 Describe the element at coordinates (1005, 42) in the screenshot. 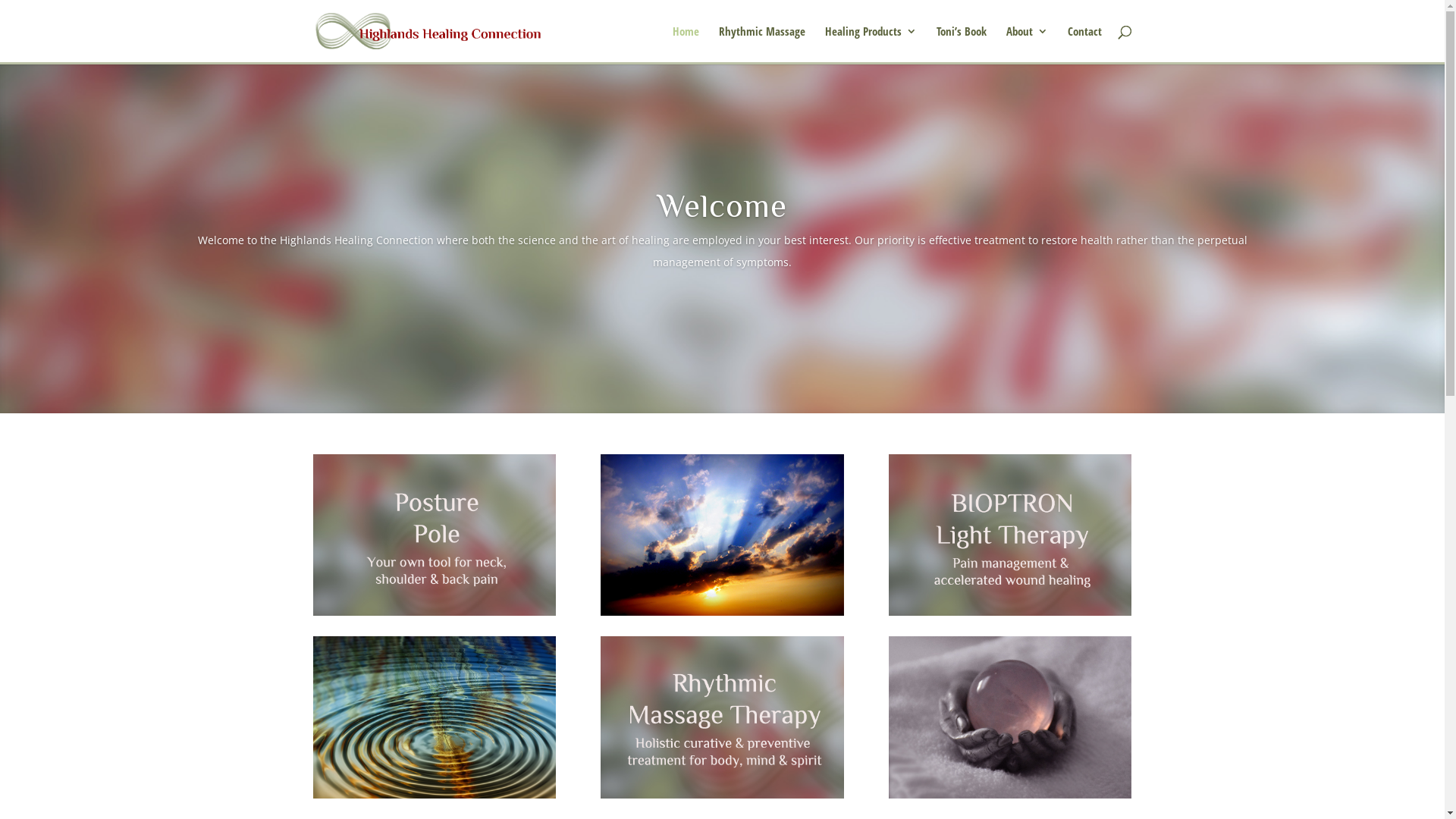

I see `'About'` at that location.